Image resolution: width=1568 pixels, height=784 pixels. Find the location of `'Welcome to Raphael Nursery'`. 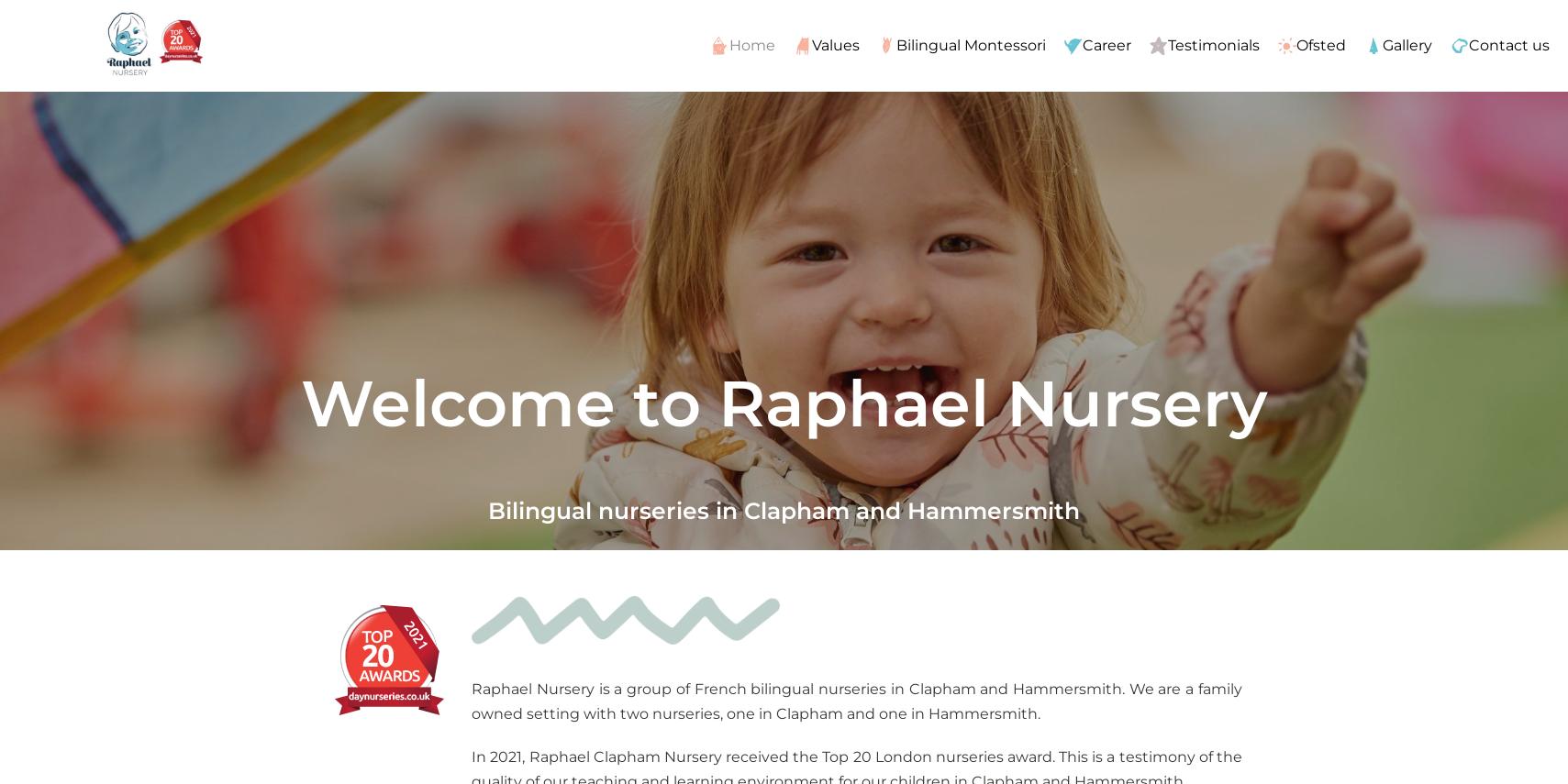

'Welcome to Raphael Nursery' is located at coordinates (783, 402).